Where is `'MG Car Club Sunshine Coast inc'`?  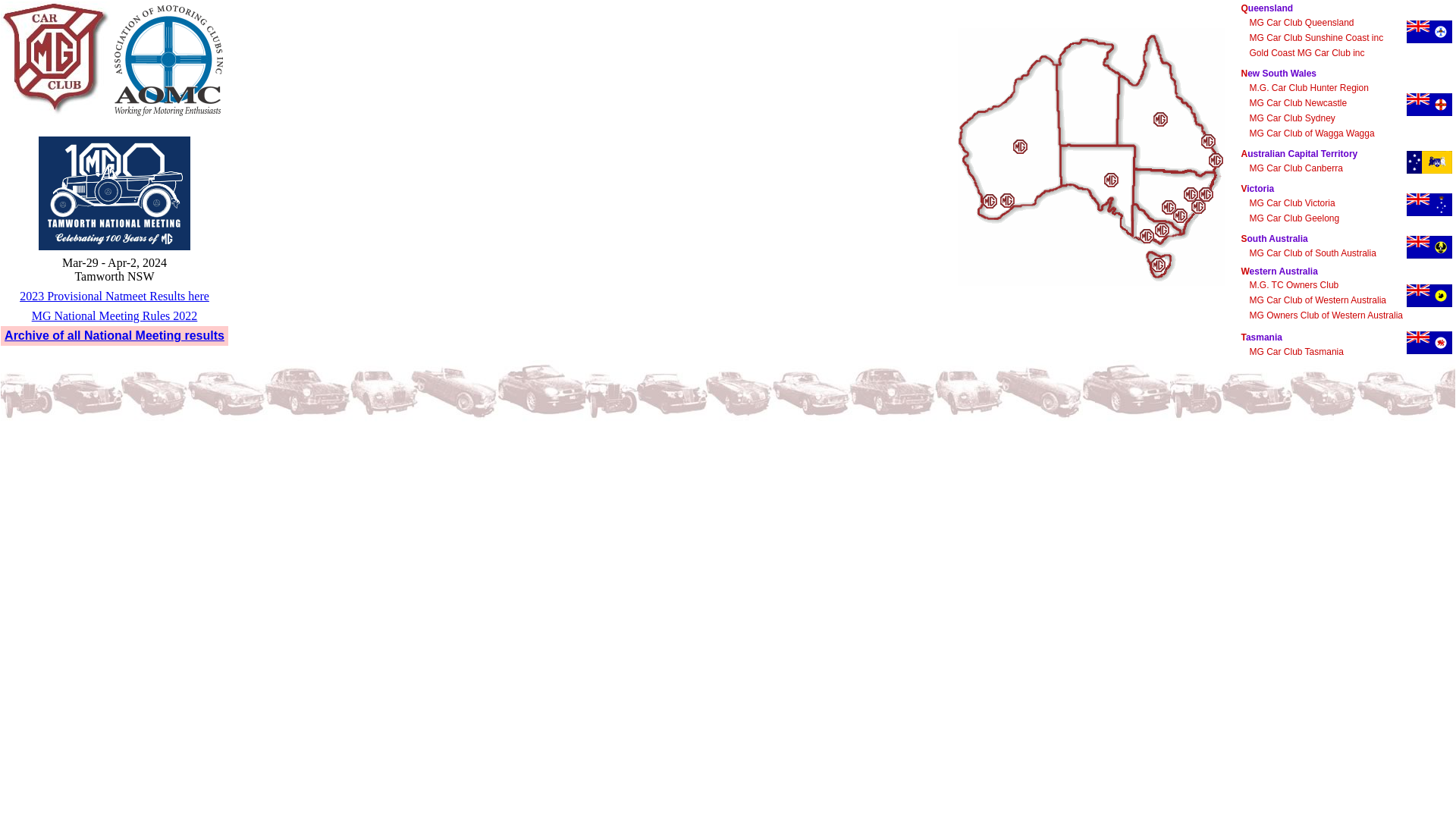
'MG Car Club Sunshine Coast inc' is located at coordinates (1315, 37).